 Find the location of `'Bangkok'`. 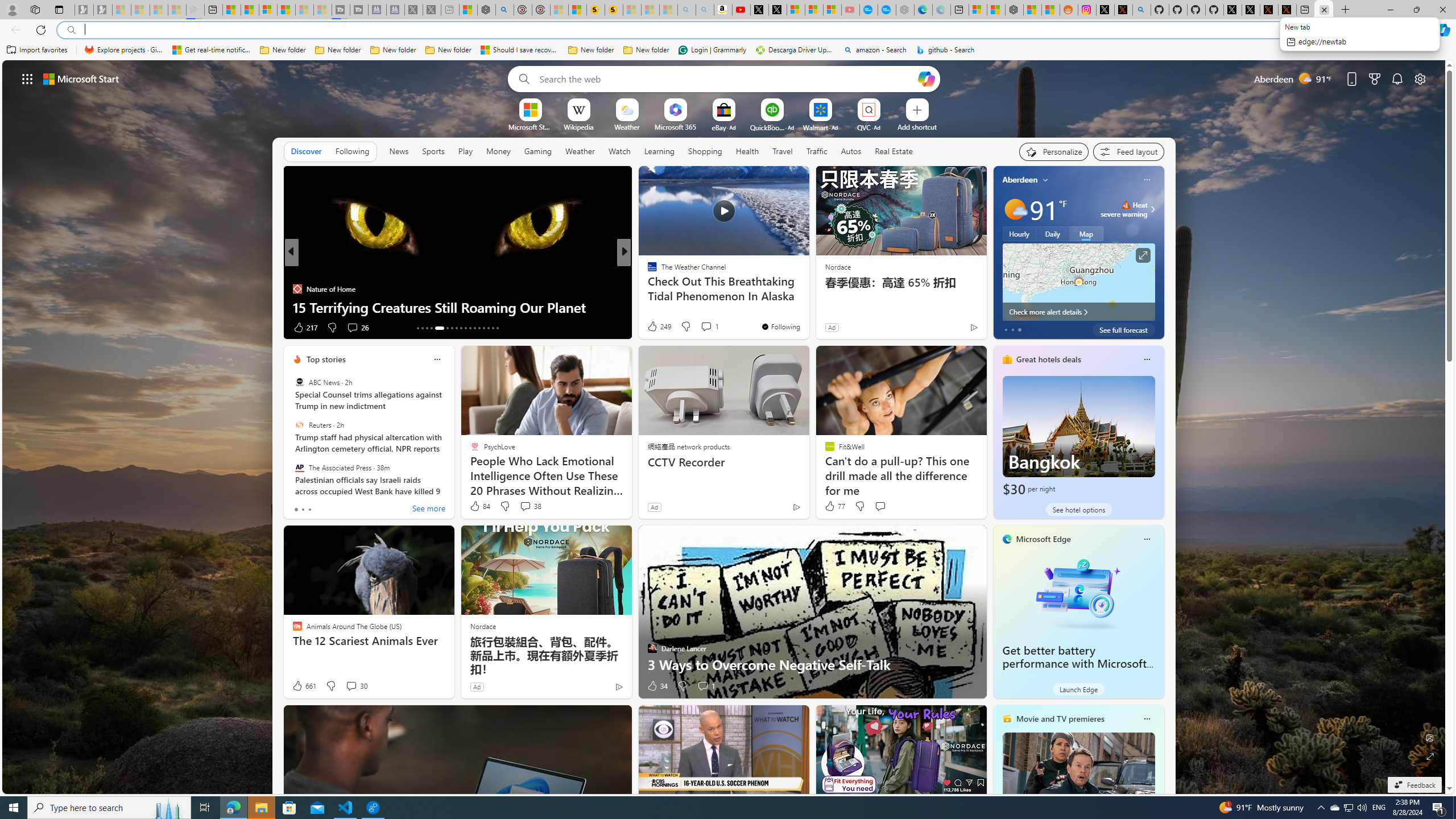

'Bangkok' is located at coordinates (1078, 436).